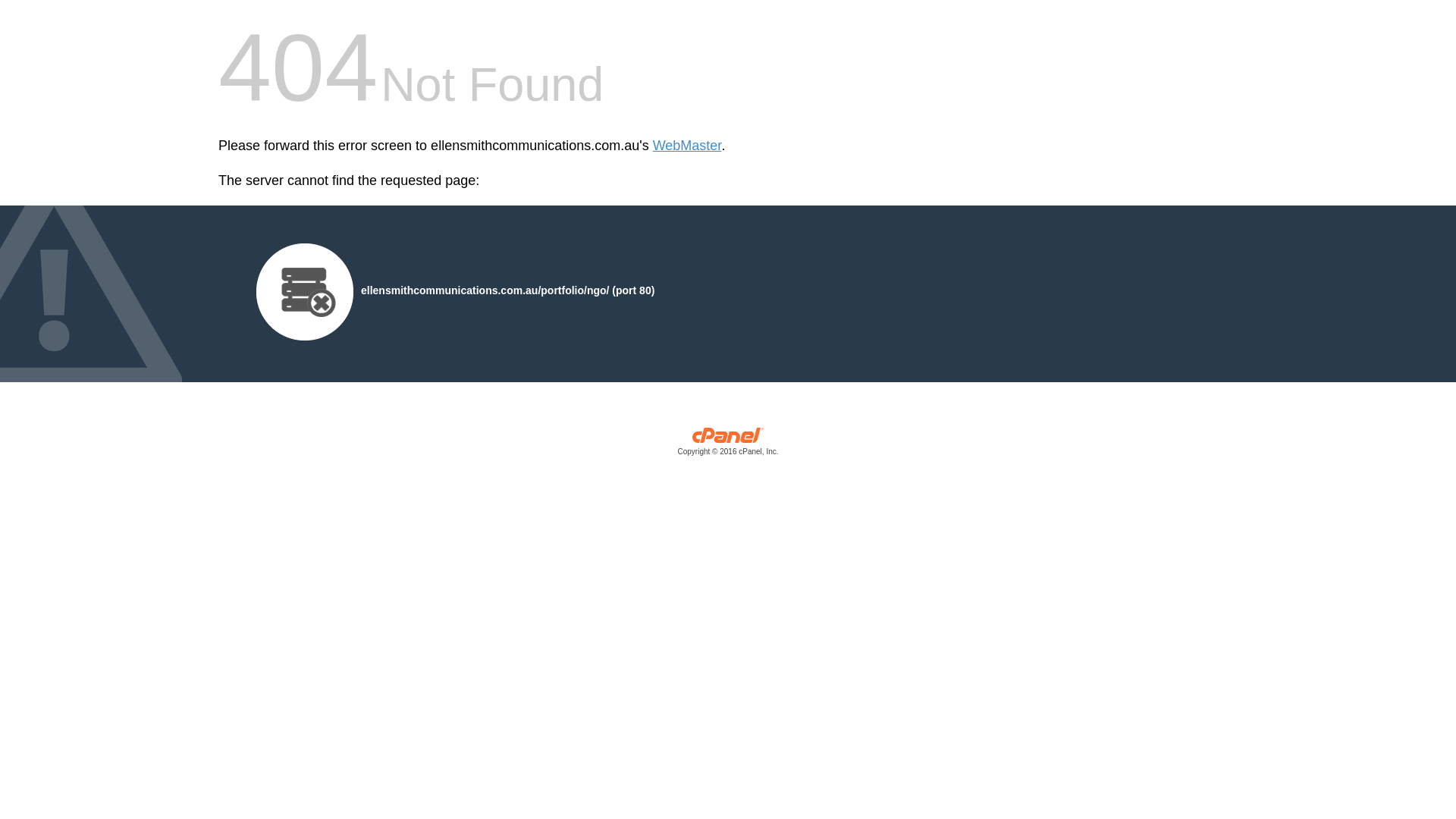  I want to click on 'WebMaster', so click(686, 146).